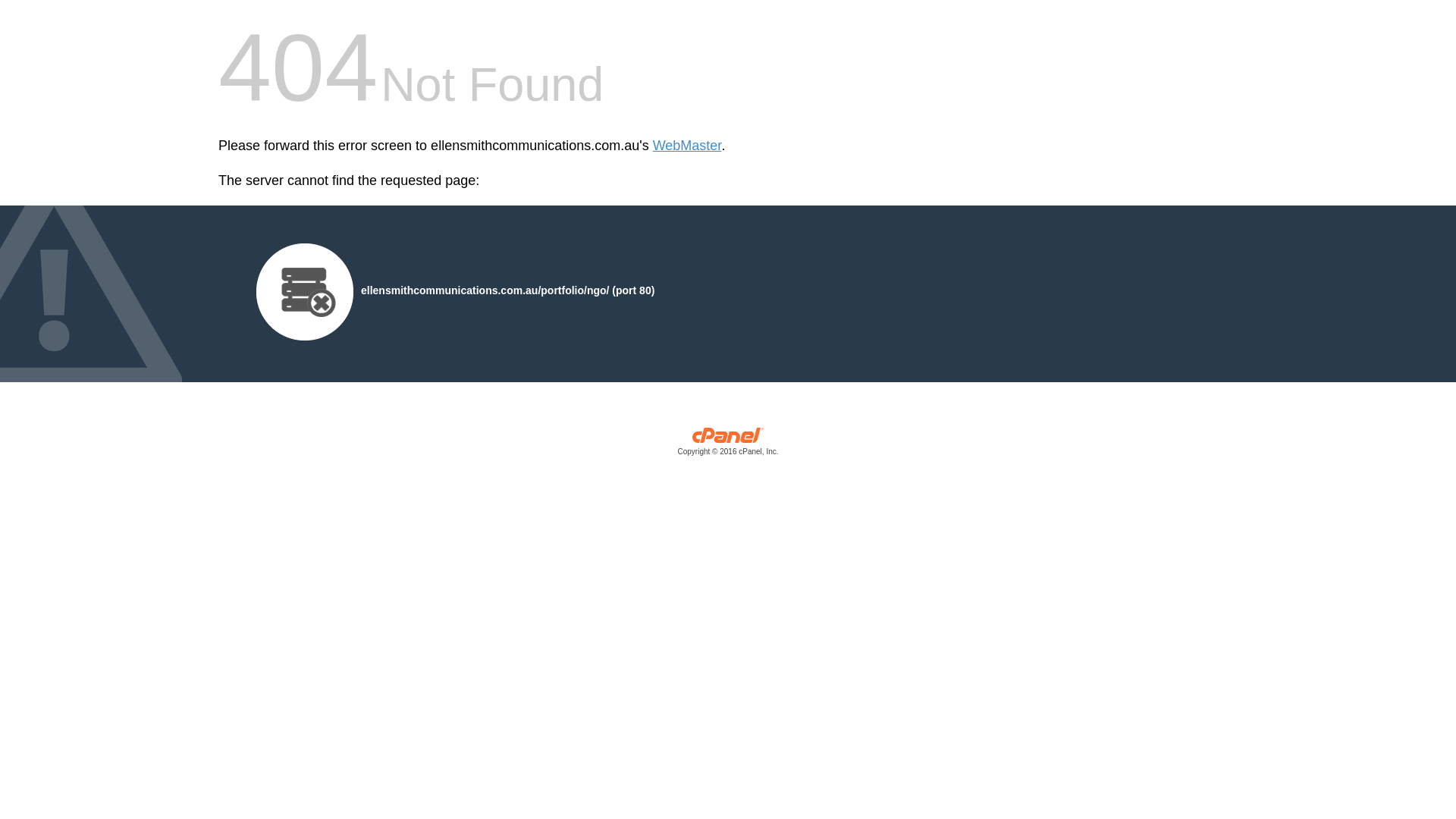  I want to click on 'WebMaster', so click(686, 146).